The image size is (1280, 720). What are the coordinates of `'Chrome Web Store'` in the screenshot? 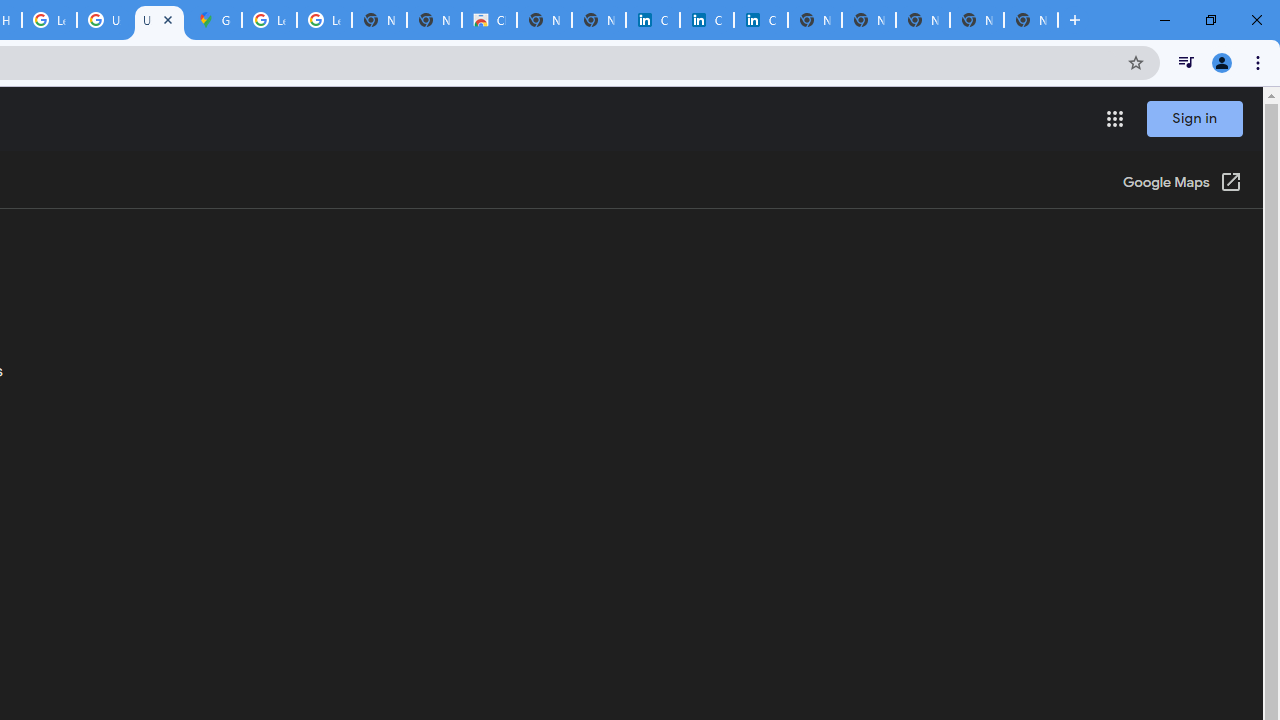 It's located at (489, 20).